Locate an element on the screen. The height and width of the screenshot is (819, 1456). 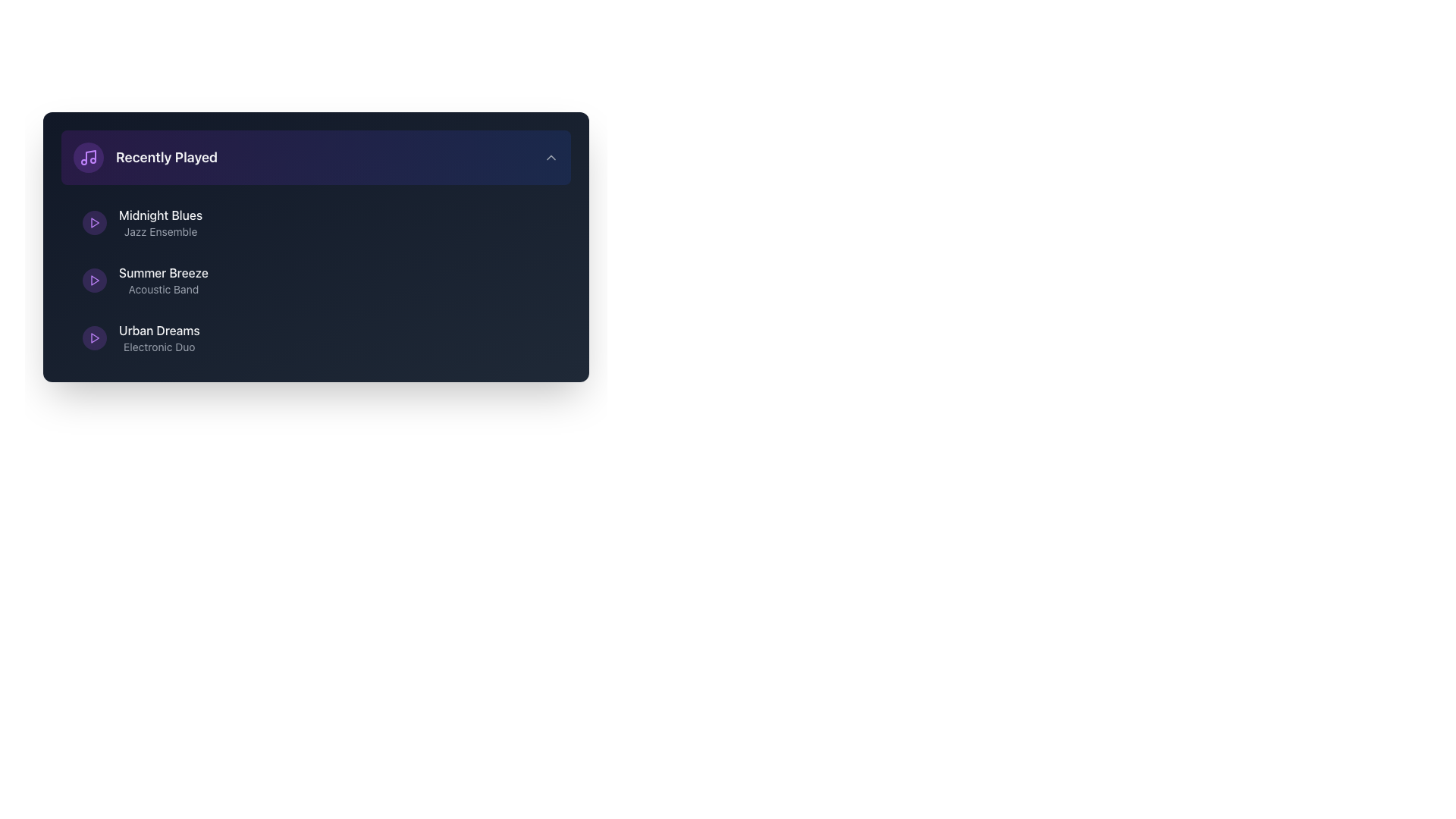
the text label that reads 'Midnight Blues' in bold white and 'Jazz Ensemble' in gray, which is positioned to the right of a circular purple play icon in the 'Recently Played' section is located at coordinates (142, 222).